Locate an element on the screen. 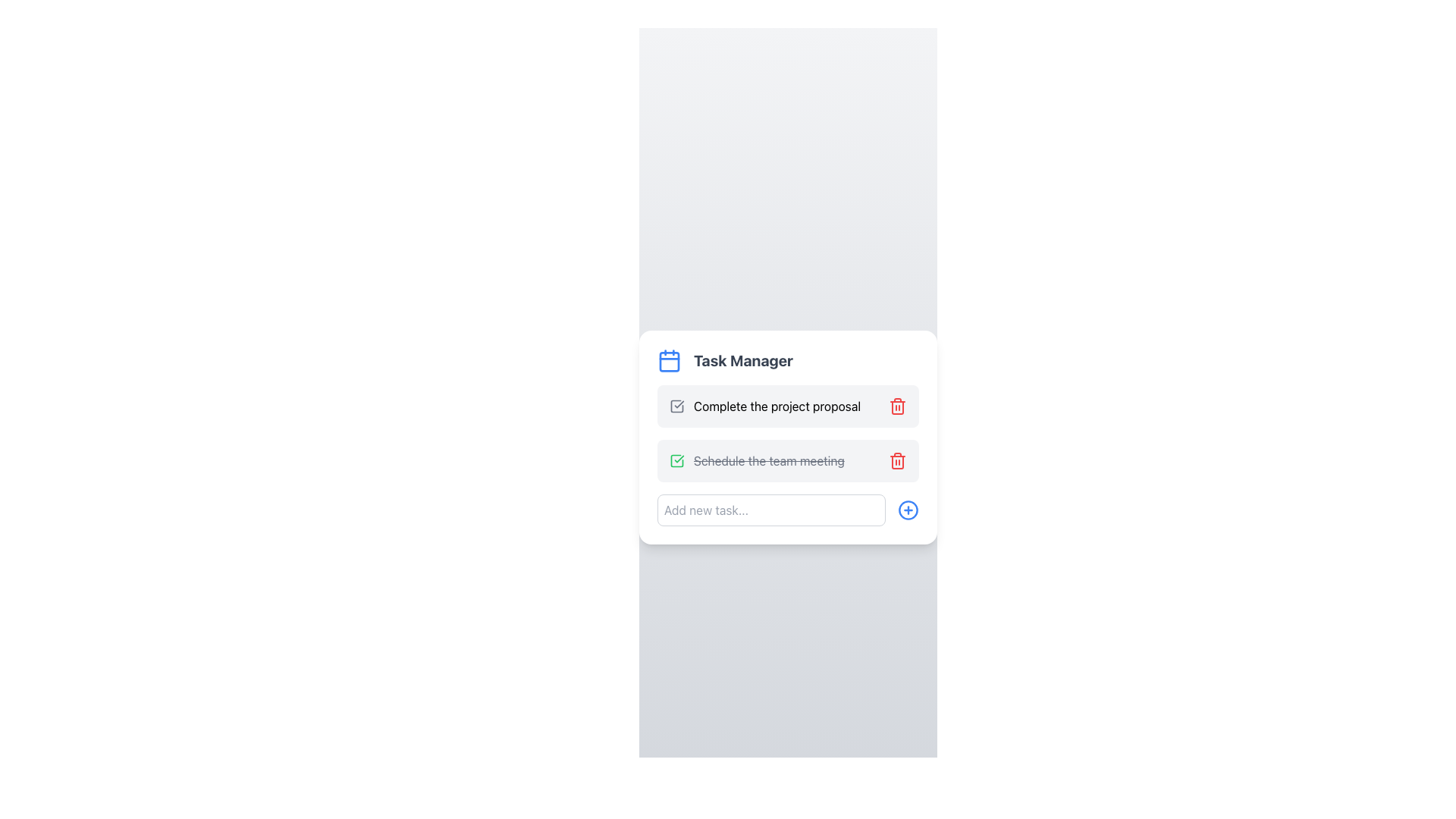 The image size is (1456, 819). the text 'Complete the project proposal' is located at coordinates (764, 406).